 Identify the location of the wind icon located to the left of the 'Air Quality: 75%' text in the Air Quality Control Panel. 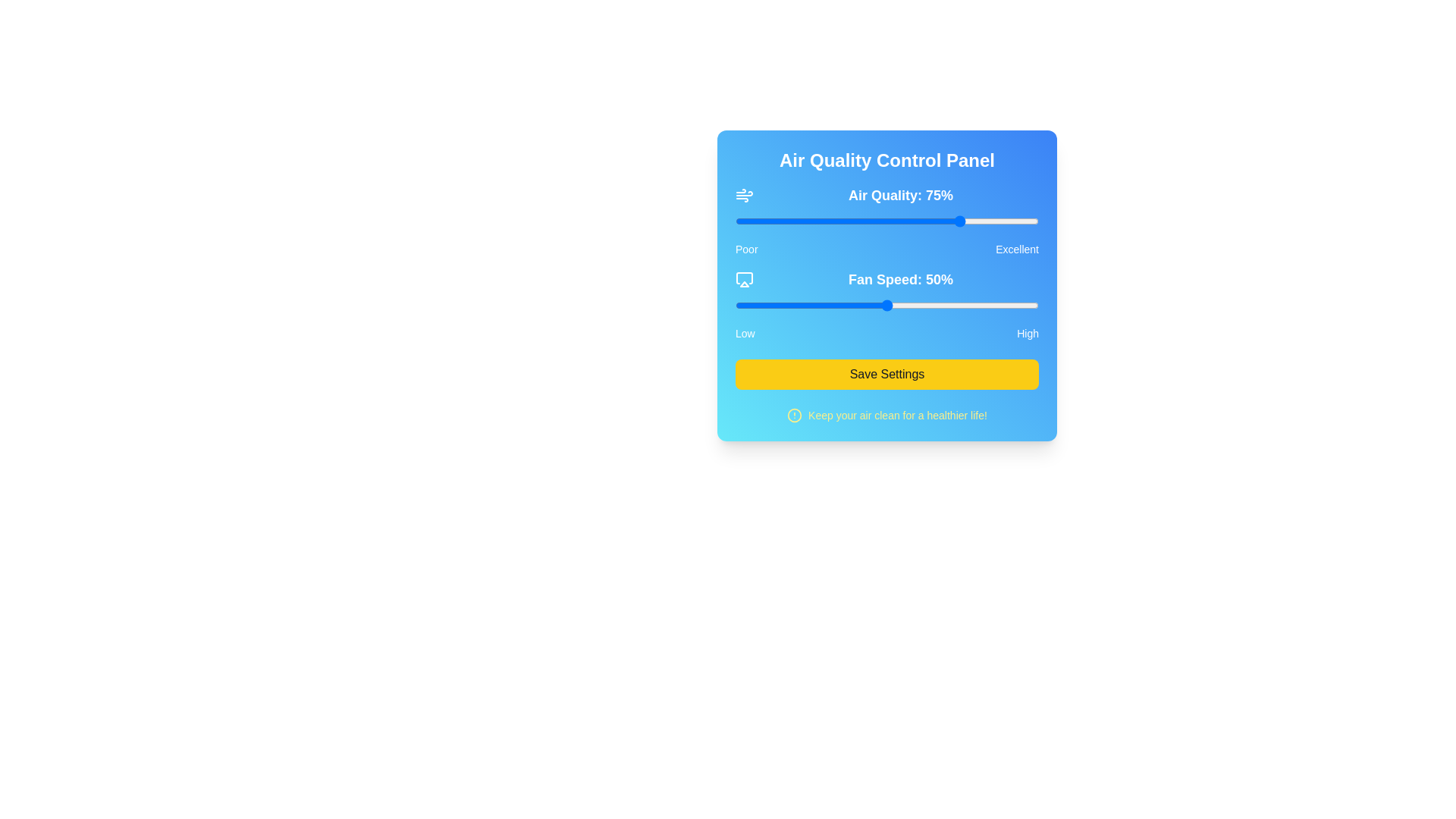
(745, 195).